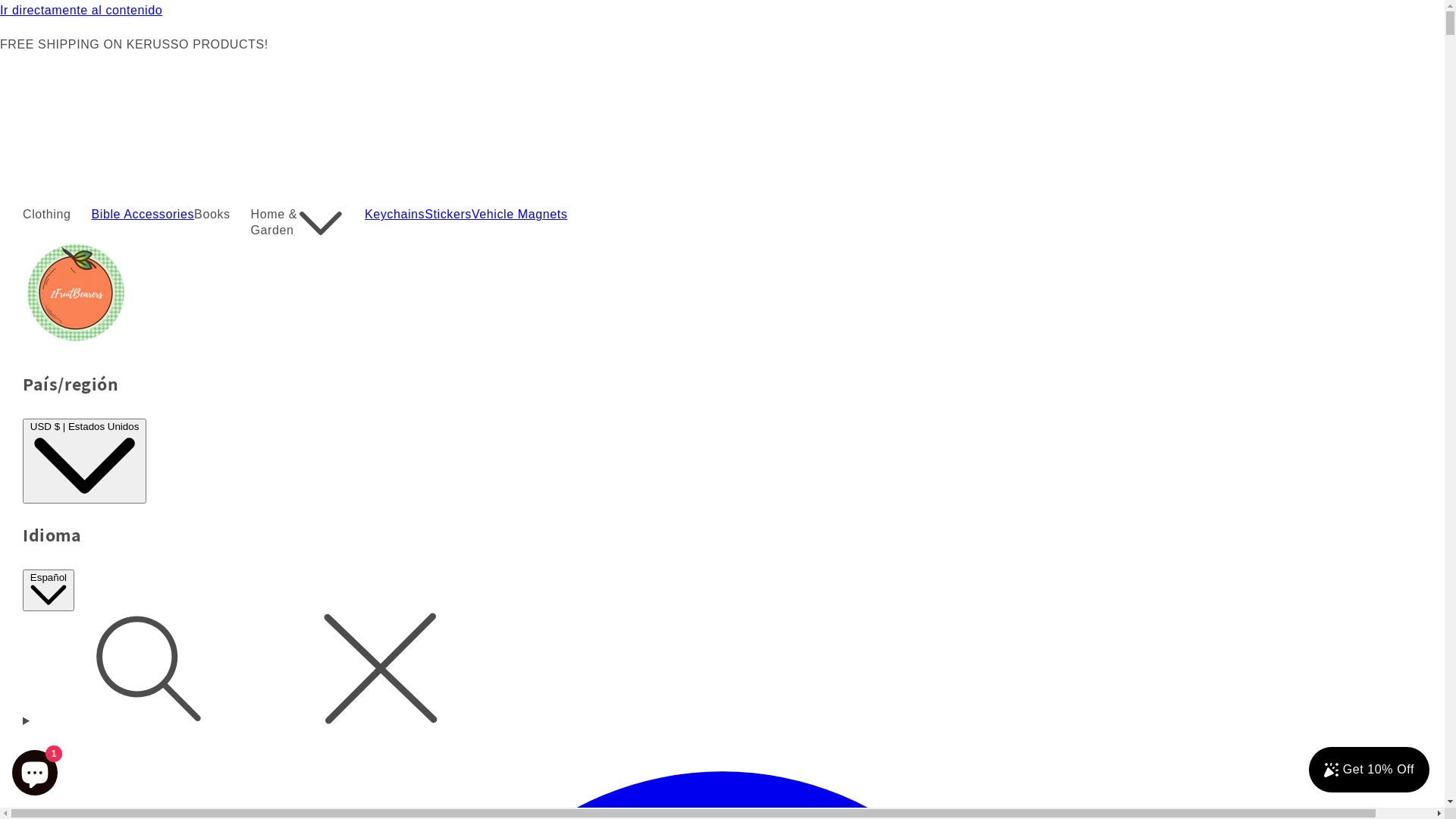 The image size is (1456, 819). Describe the element at coordinates (519, 215) in the screenshot. I see `'Vehicle Magnets'` at that location.